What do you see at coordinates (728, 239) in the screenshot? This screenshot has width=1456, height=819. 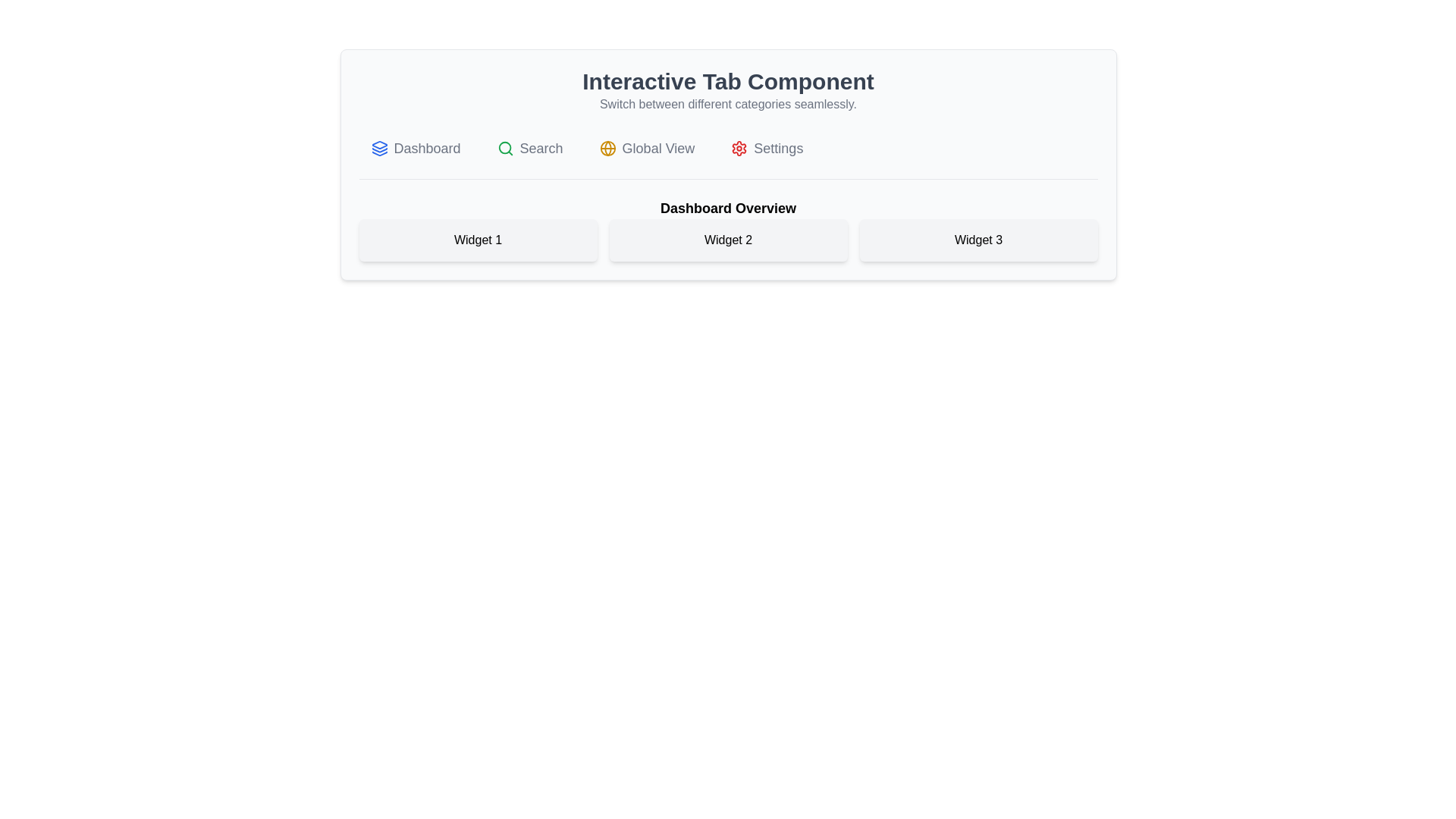 I see `the static textual display box labeled 'Widget 2' which is centered between 'Widget 1' and 'Widget 3' in a three-column layout` at bounding box center [728, 239].